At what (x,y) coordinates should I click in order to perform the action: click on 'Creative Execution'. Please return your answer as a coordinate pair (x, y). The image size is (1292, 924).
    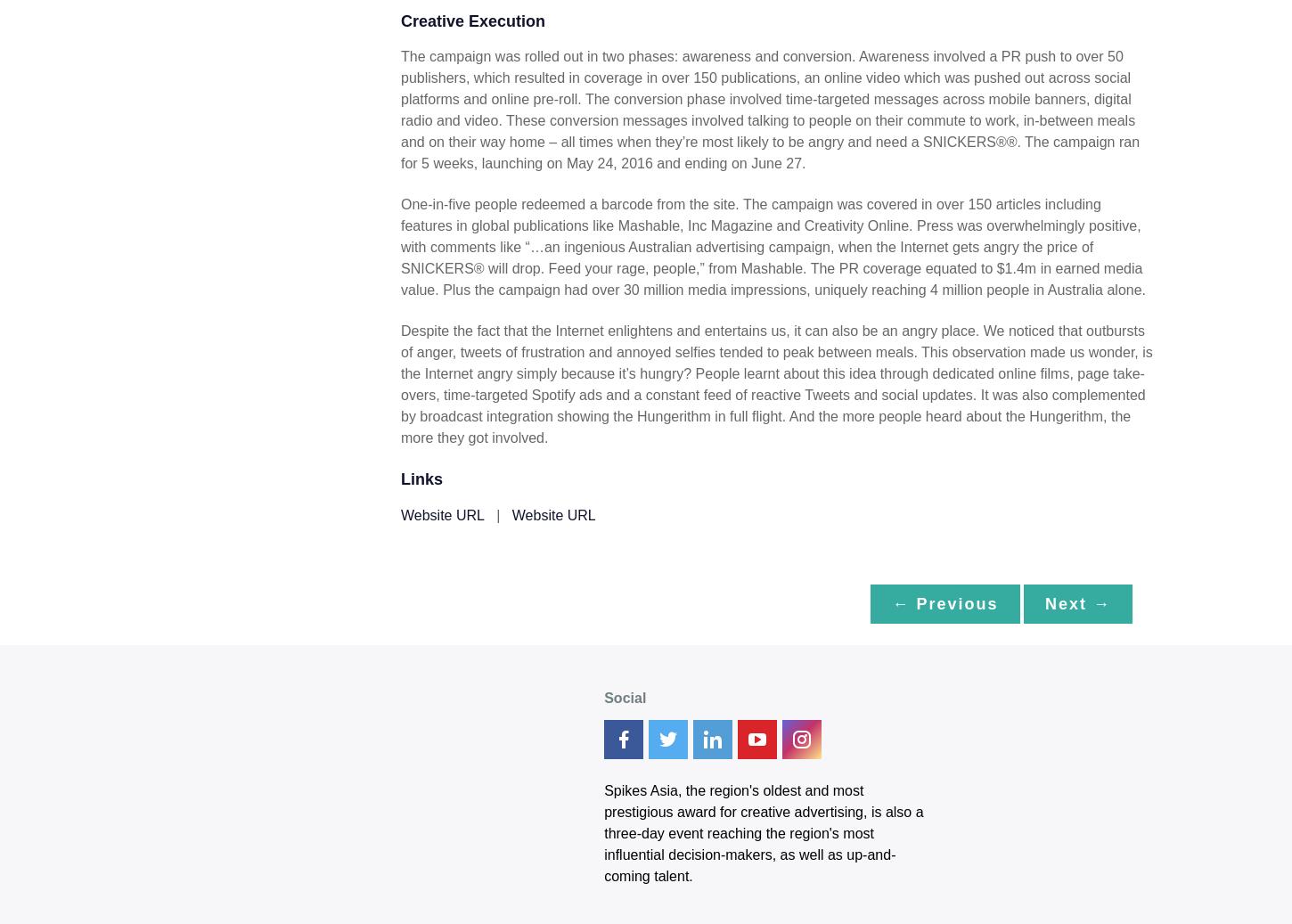
    Looking at the image, I should click on (472, 20).